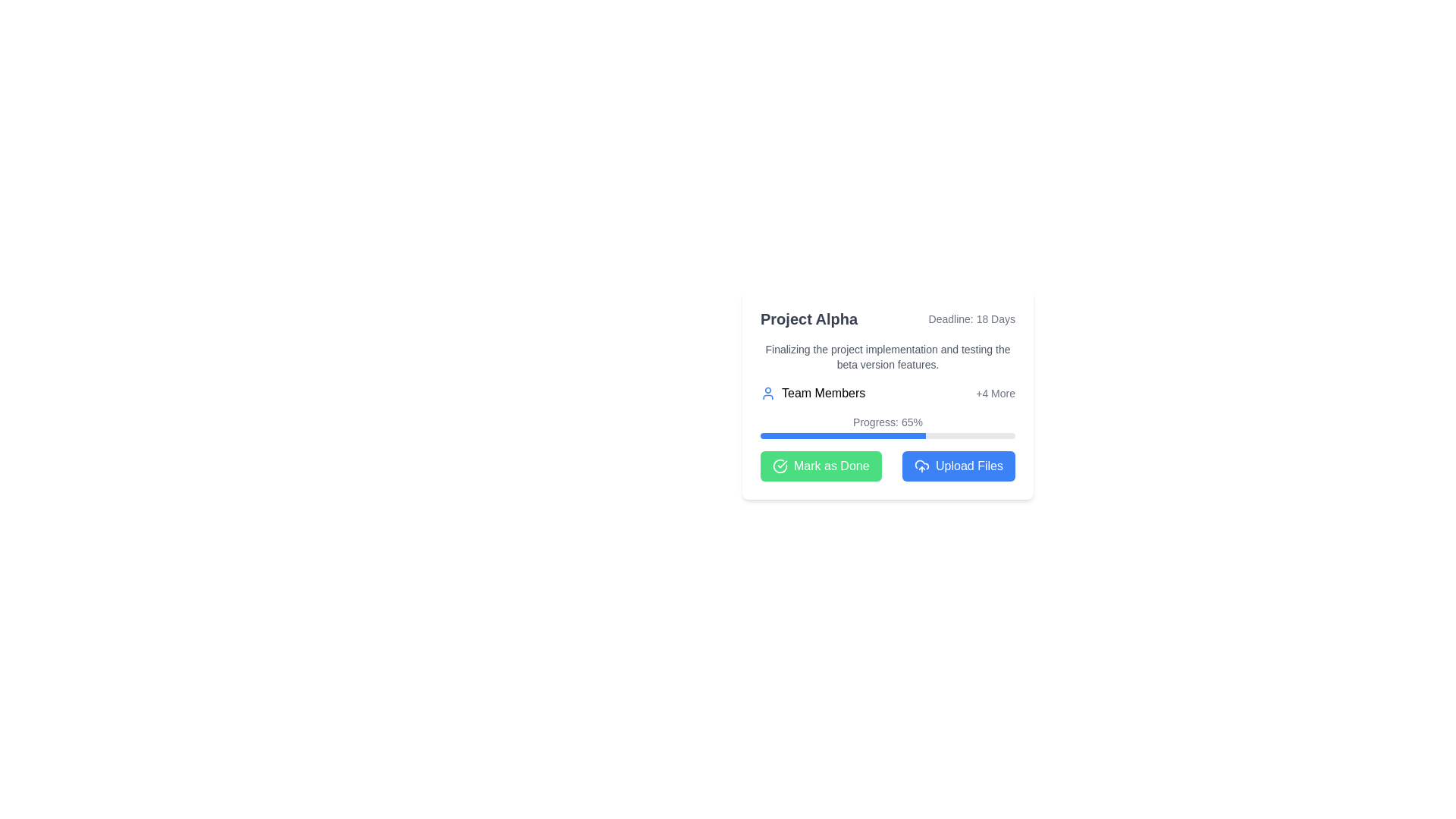  Describe the element at coordinates (780, 465) in the screenshot. I see `the circular, stroked line forming part of the checkmark icon located to the left of the 'Mark as Done' button` at that location.